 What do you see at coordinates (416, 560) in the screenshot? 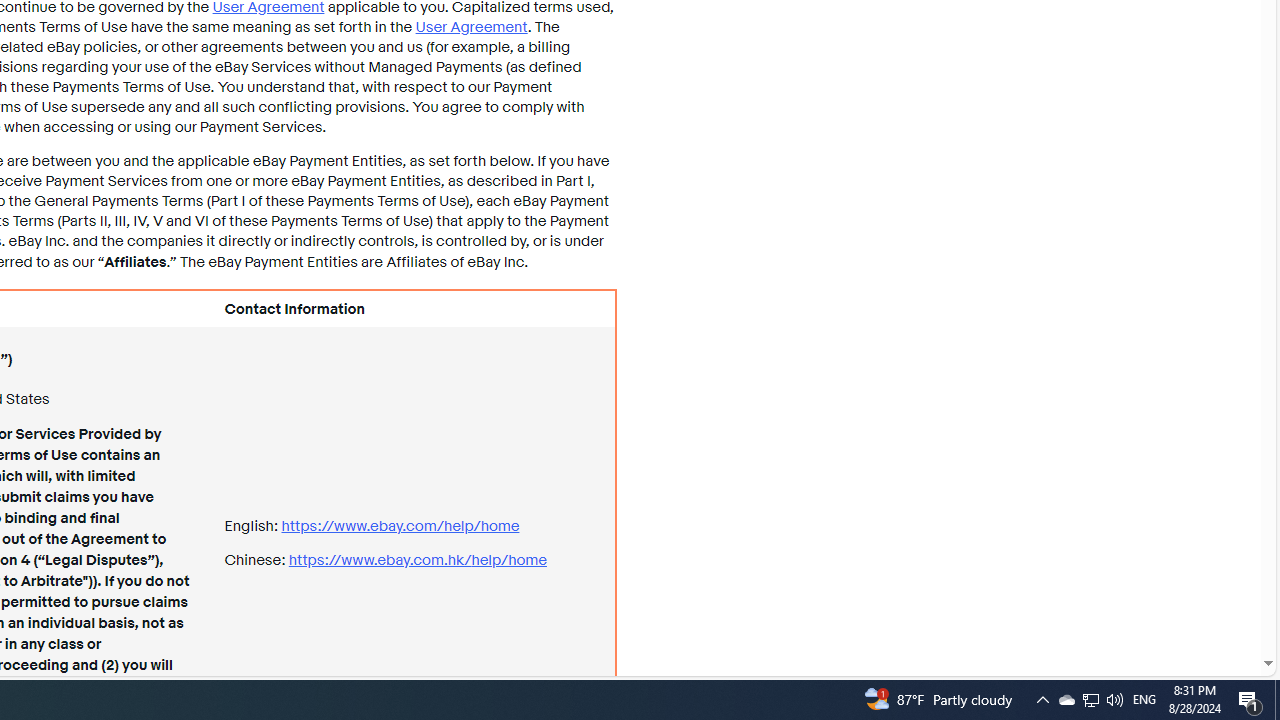
I see `'https://www.ebay.com.hk/ help/home'` at bounding box center [416, 560].